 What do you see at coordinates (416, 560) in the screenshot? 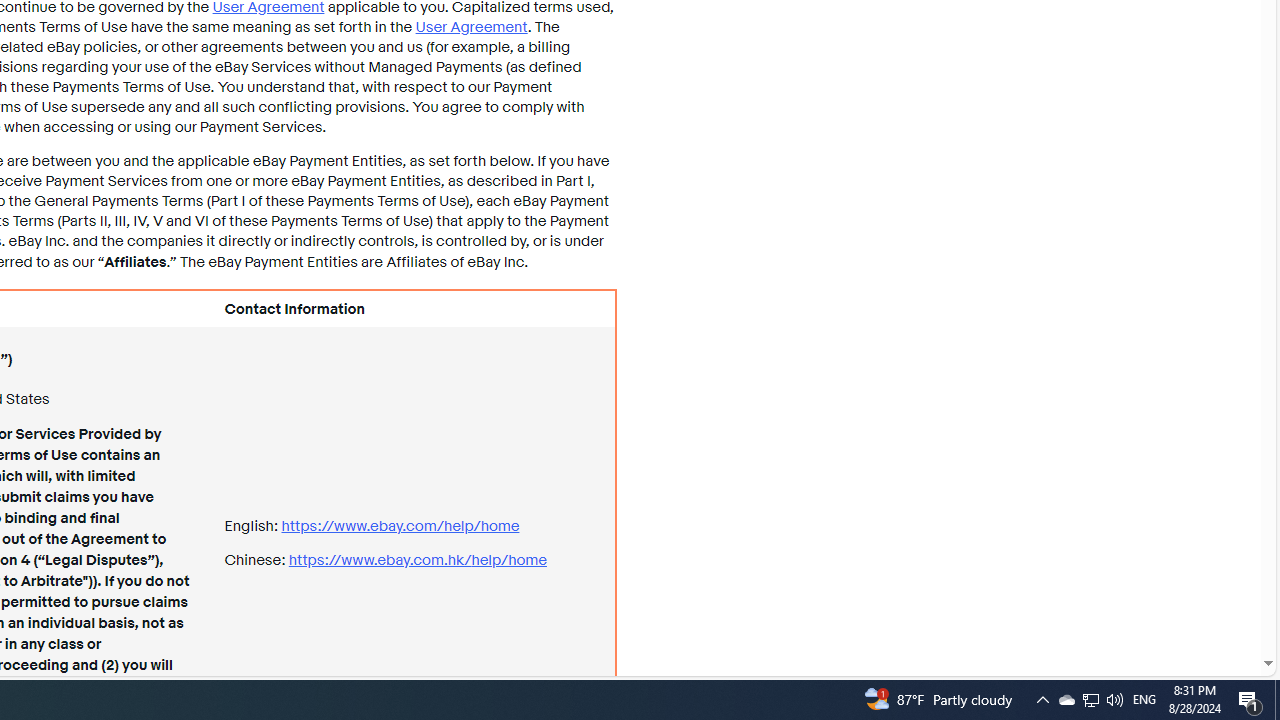
I see `'https://www.ebay.com.hk/ help/home'` at bounding box center [416, 560].